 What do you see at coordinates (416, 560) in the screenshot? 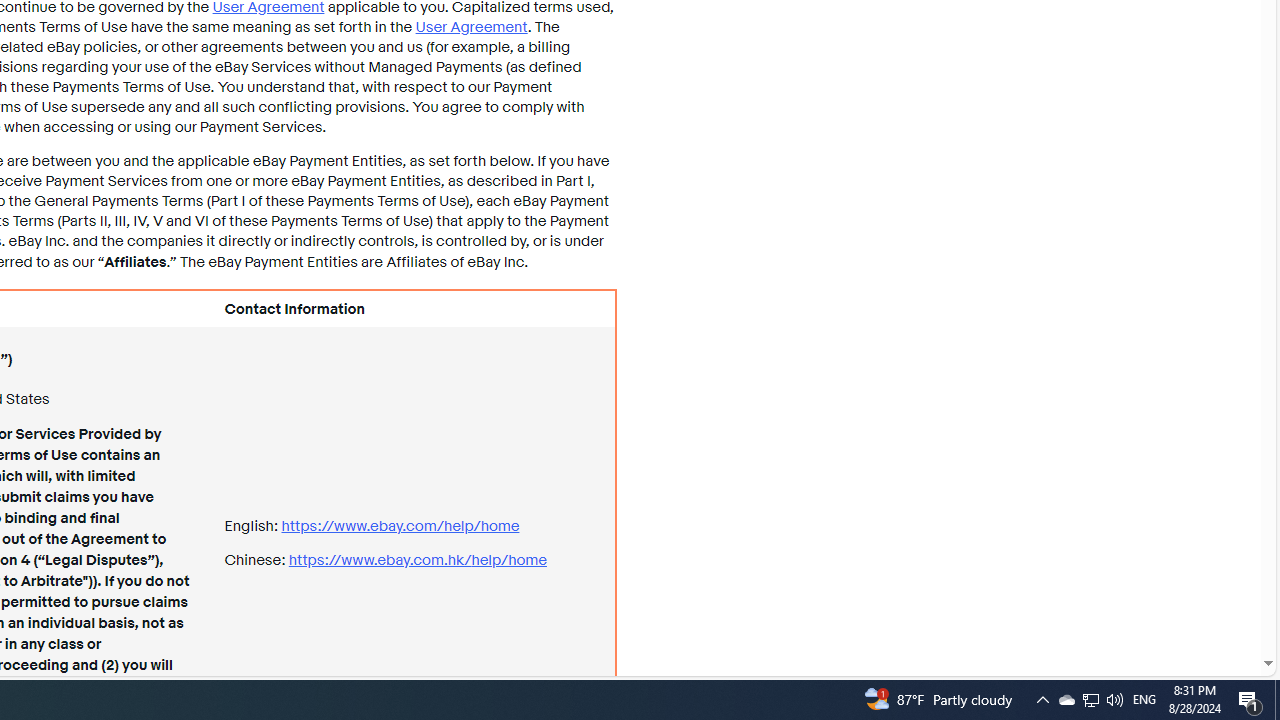
I see `'https://www.ebay.com.hk/ help/home'` at bounding box center [416, 560].